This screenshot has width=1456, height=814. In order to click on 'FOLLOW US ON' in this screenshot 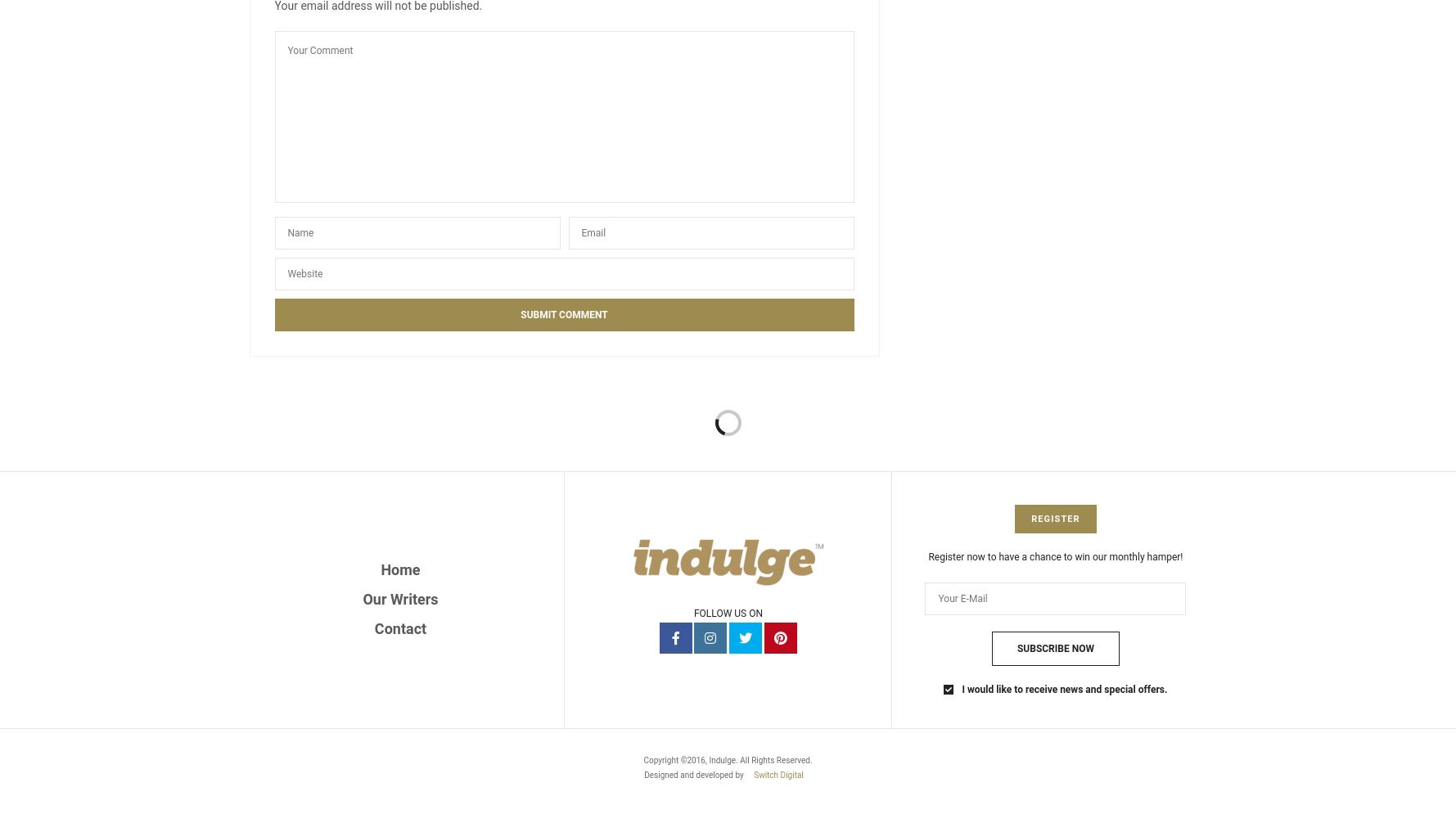, I will do `click(727, 612)`.